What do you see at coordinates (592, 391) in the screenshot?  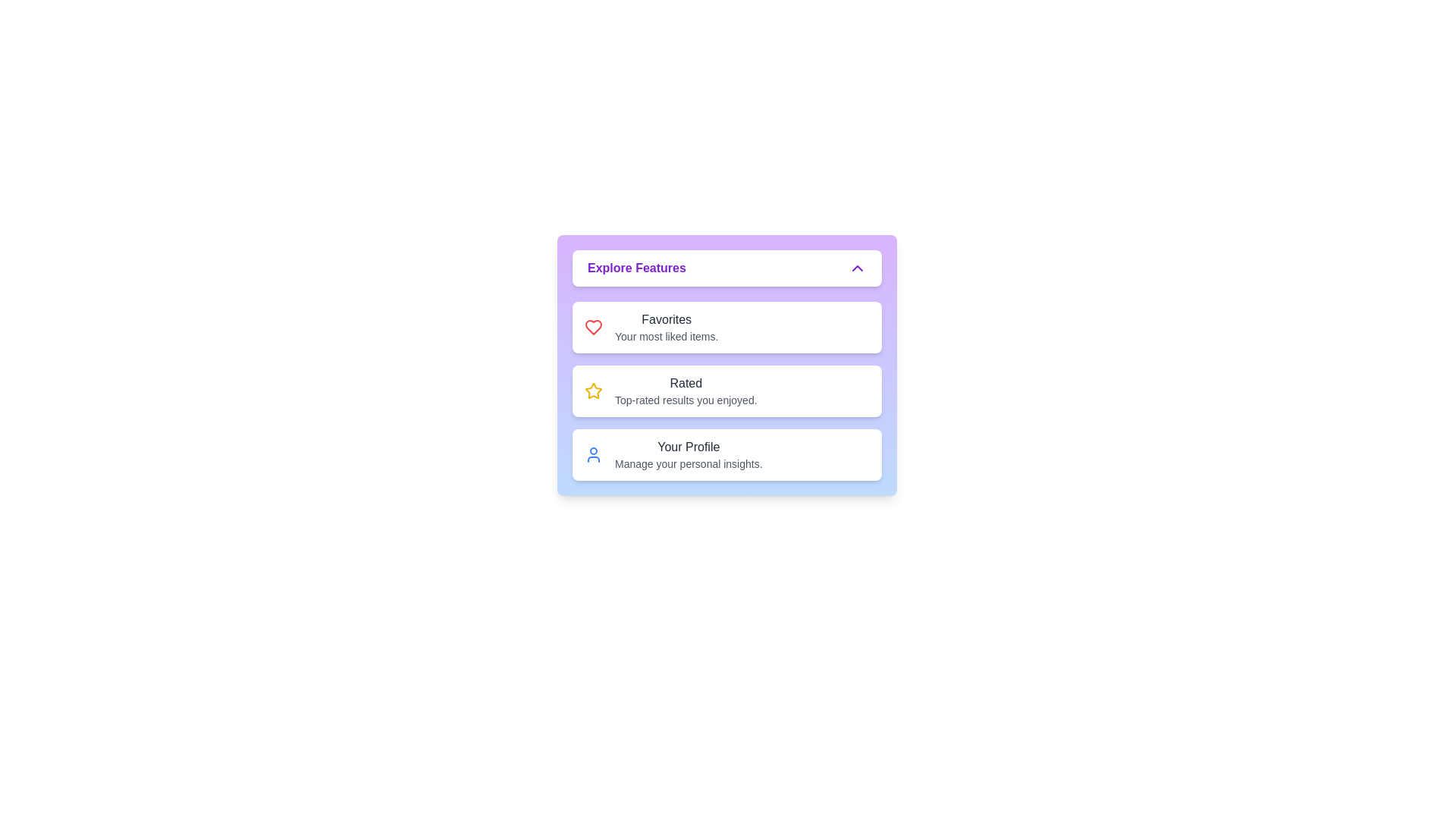 I see `the star icon representing the 'Rated' section in the vertically stacked menu, located between 'Favorites' and 'Your Profile'` at bounding box center [592, 391].